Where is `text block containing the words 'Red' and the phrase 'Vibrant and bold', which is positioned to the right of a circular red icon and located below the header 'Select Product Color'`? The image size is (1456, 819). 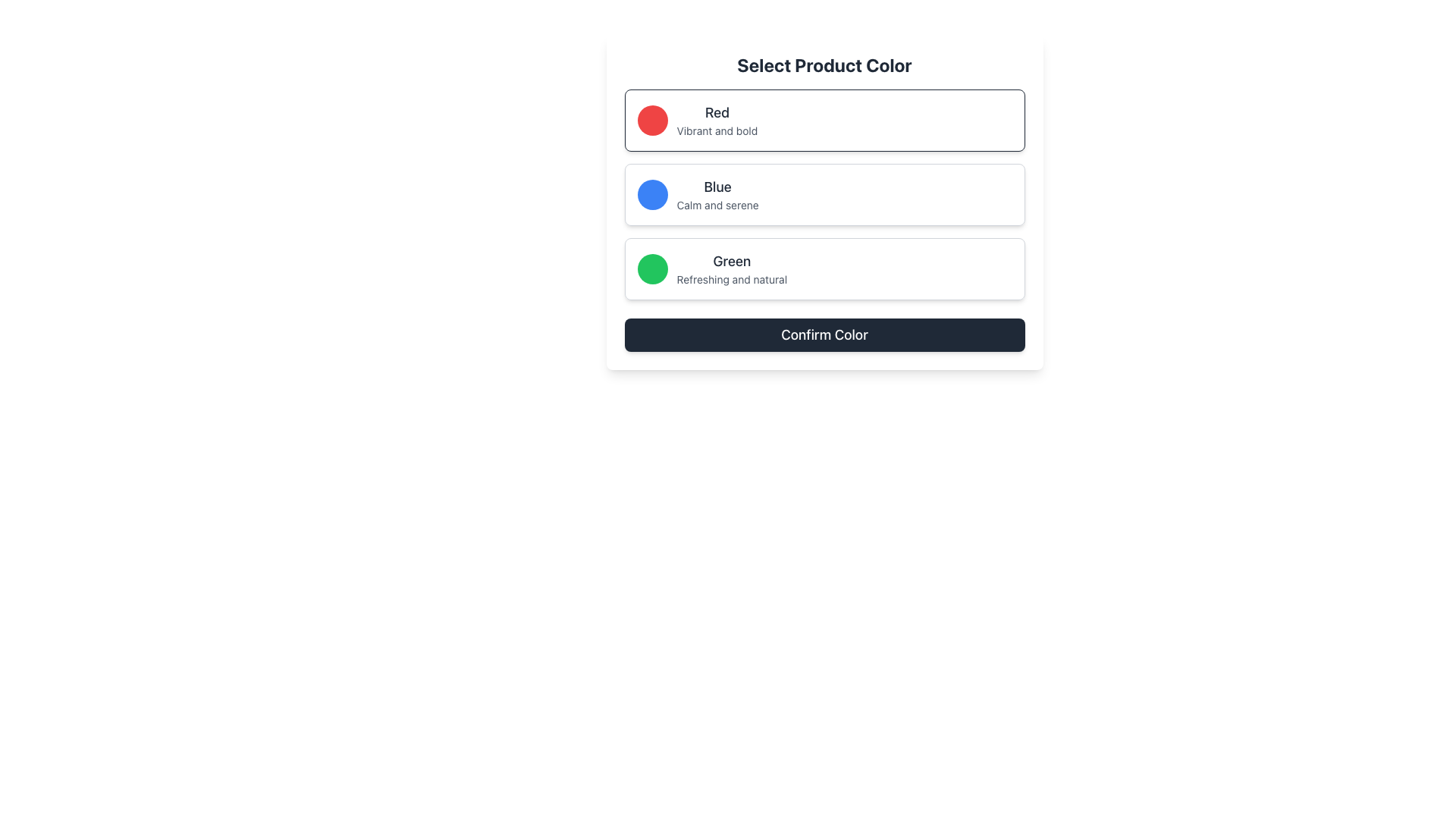
text block containing the words 'Red' and the phrase 'Vibrant and bold', which is positioned to the right of a circular red icon and located below the header 'Select Product Color' is located at coordinates (716, 119).